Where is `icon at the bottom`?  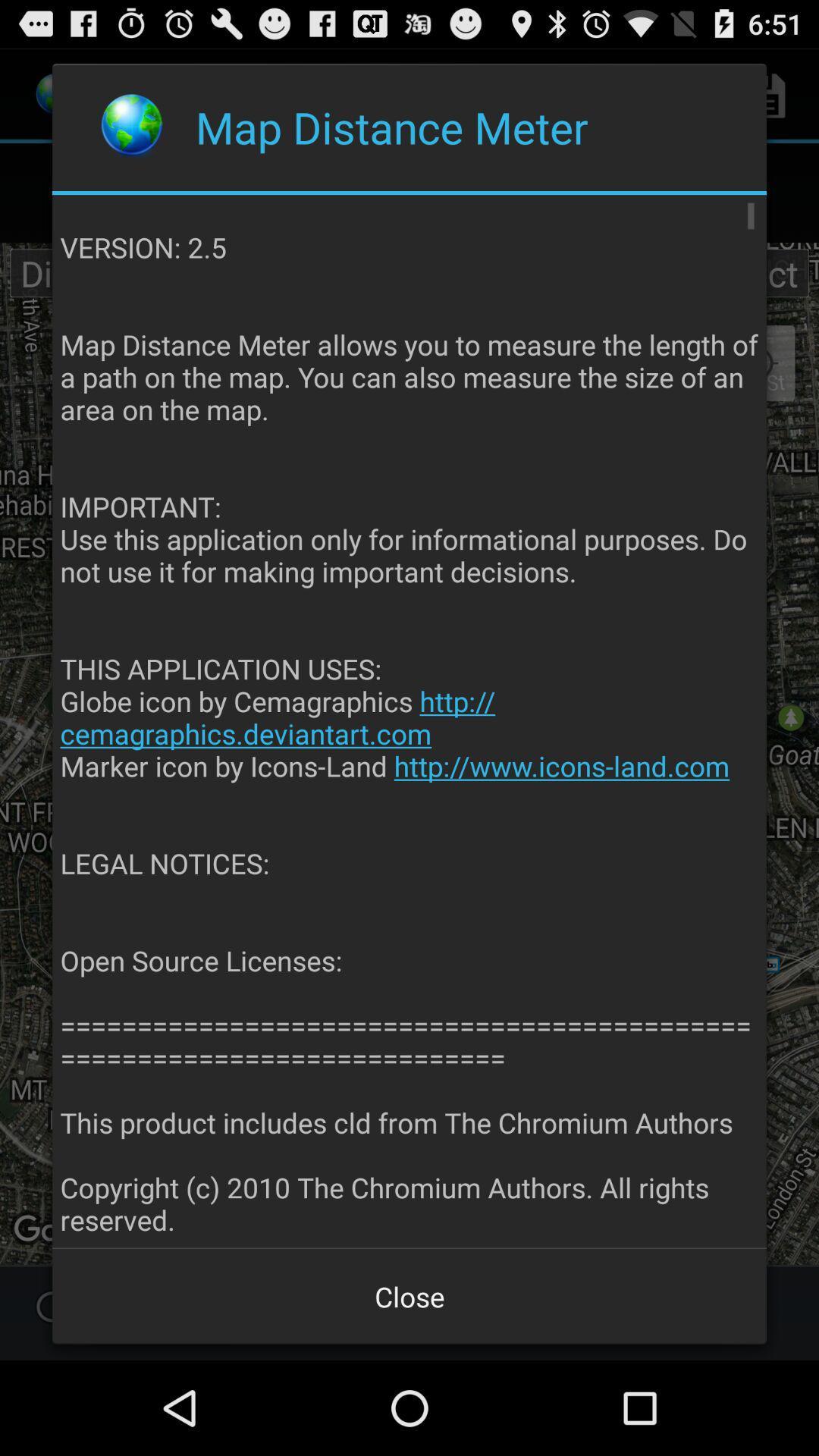
icon at the bottom is located at coordinates (409, 1295).